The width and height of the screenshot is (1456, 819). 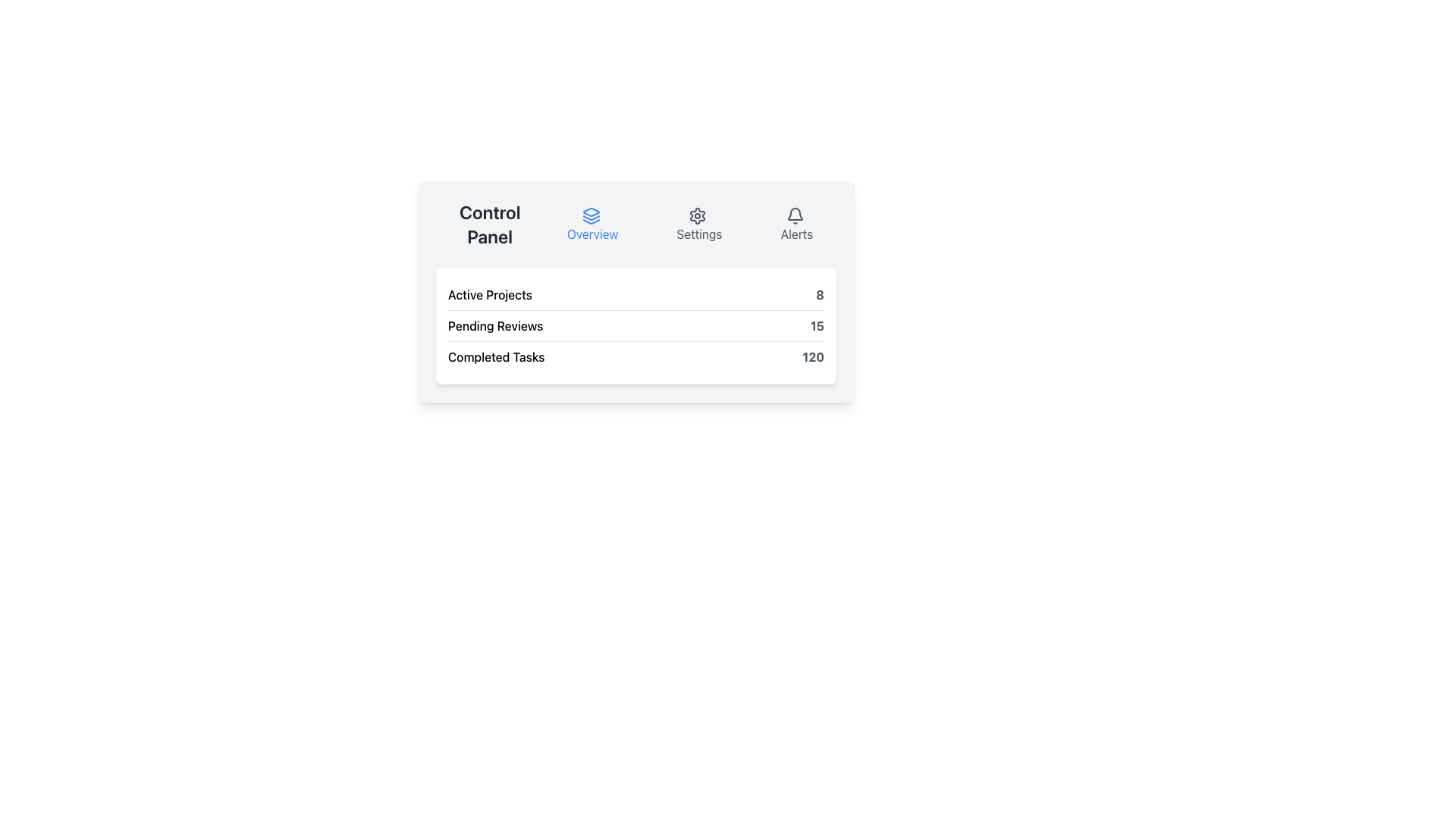 I want to click on the Text Label that displays the title 'Active Projects', which is located in the upper-left section of the row containing the number '8', so click(x=490, y=294).